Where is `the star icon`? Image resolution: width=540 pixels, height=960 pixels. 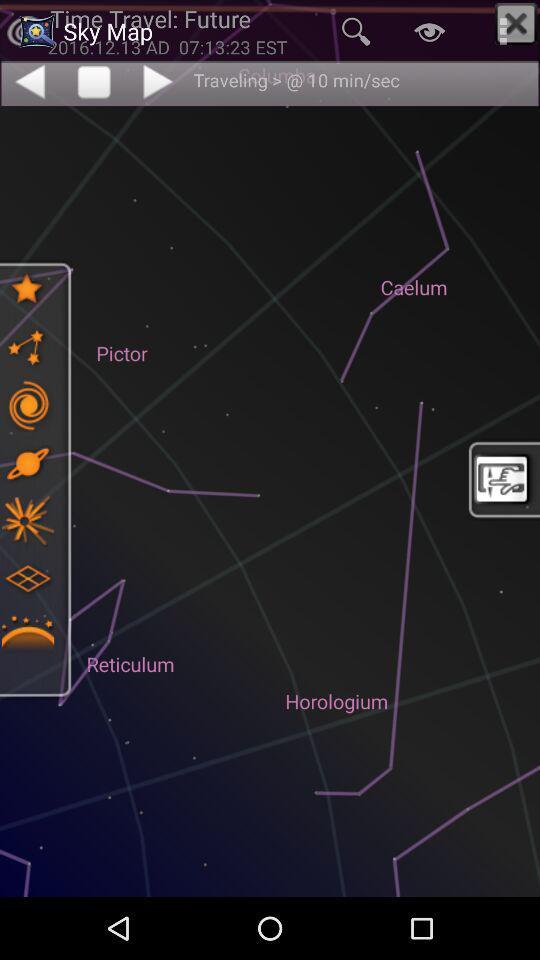
the star icon is located at coordinates (26, 288).